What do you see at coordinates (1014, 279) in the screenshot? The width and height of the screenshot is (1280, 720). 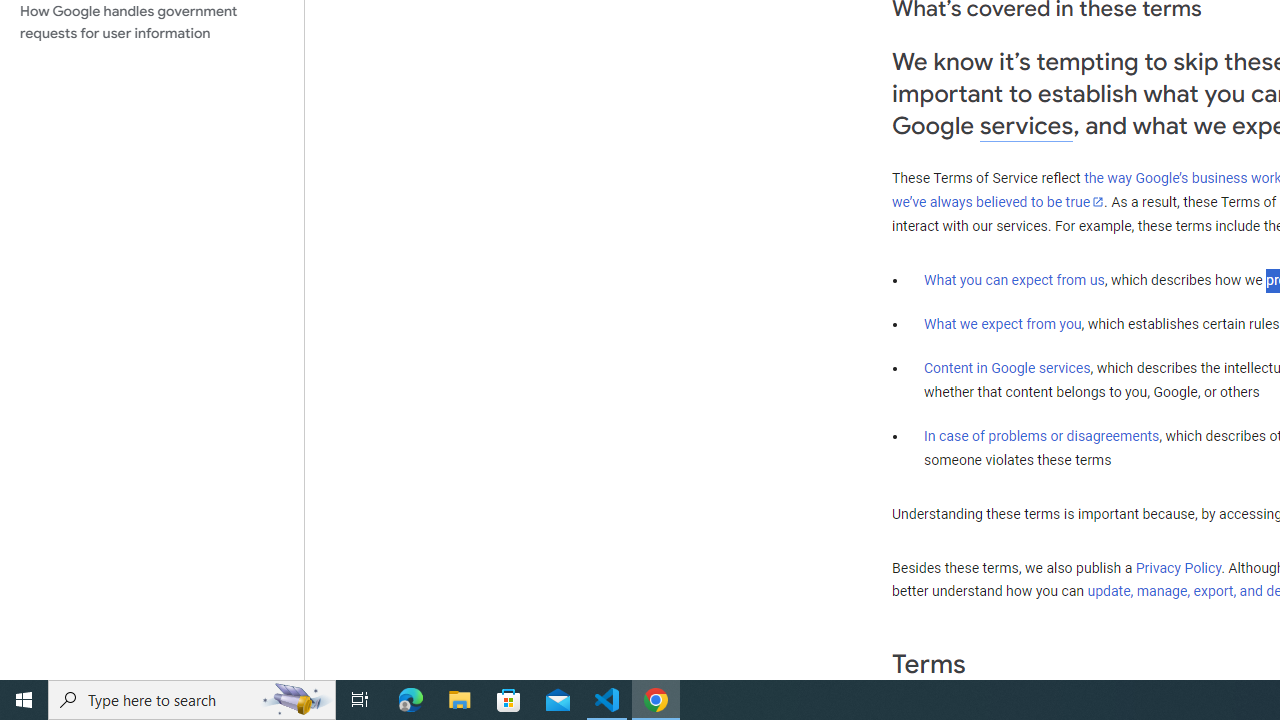 I see `'What you can expect from us'` at bounding box center [1014, 279].